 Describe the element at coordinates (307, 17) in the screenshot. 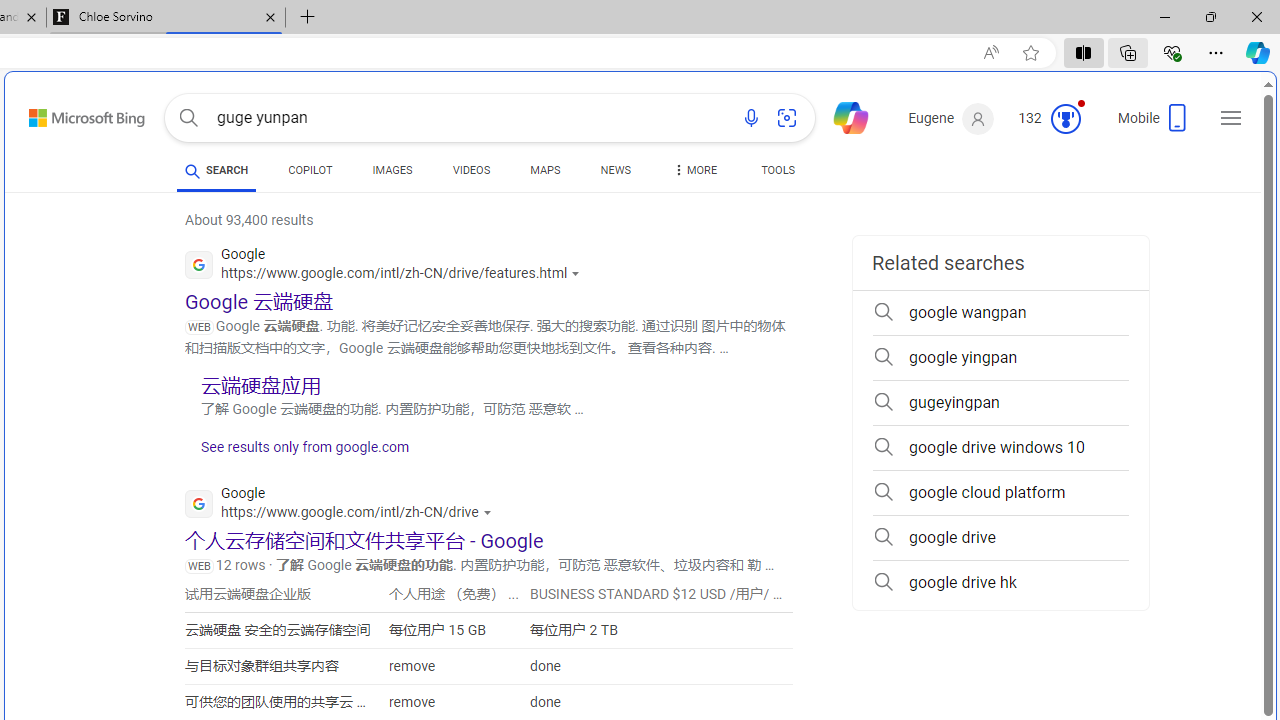

I see `'New Tab'` at that location.